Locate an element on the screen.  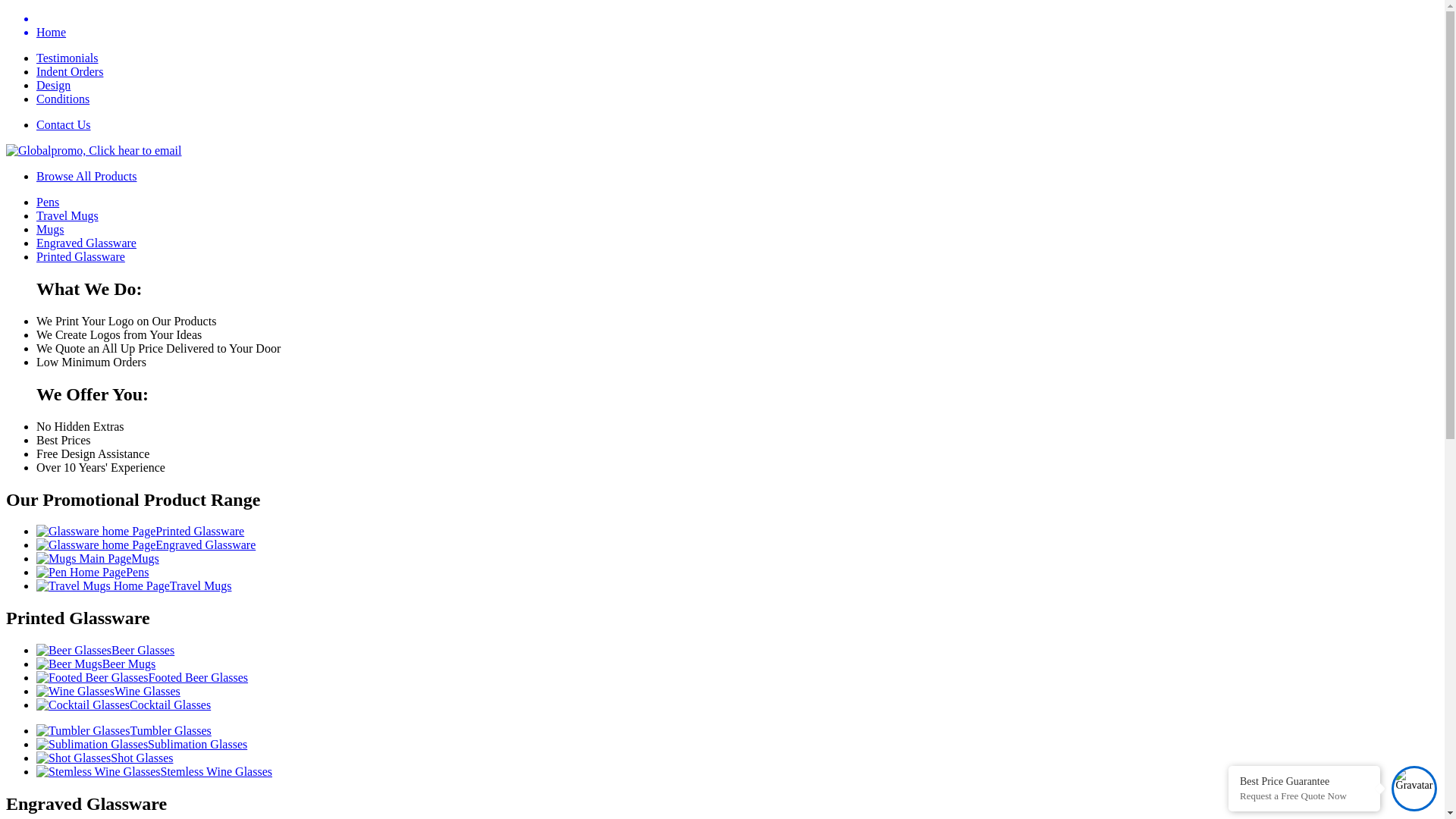
'Browse All Products' is located at coordinates (36, 175).